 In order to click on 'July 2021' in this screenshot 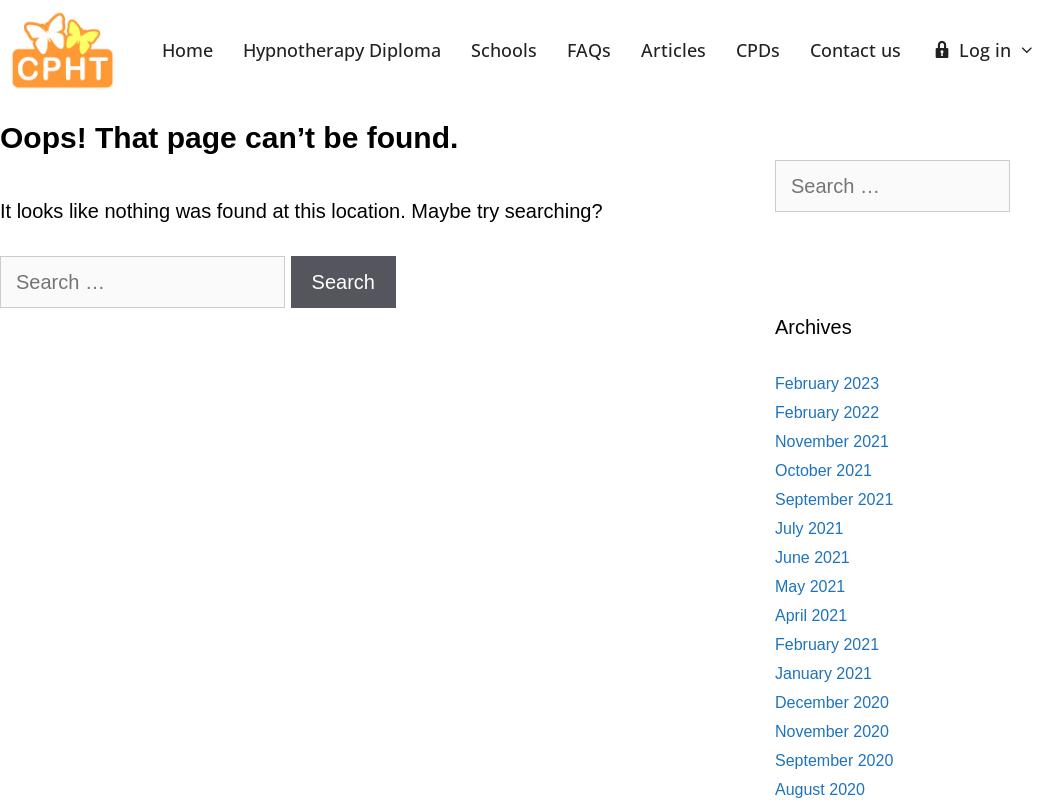, I will do `click(808, 527)`.